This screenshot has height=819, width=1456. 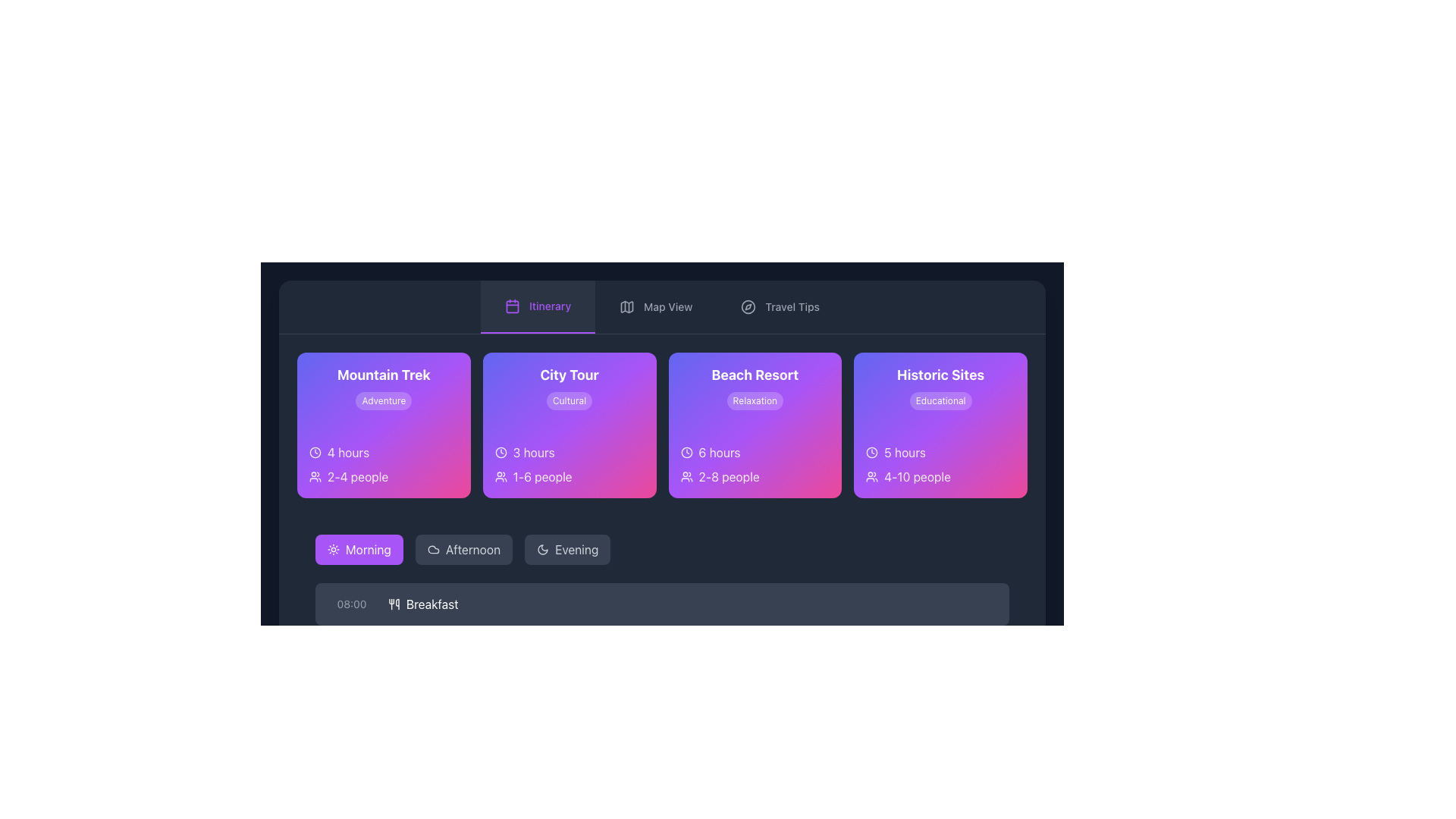 What do you see at coordinates (538, 307) in the screenshot?
I see `the 'Itinerary' navigation tab, which features a purple calendar icon and the text 'Itinerary' on a dark semi-transparent background, to observe hover effects` at bounding box center [538, 307].